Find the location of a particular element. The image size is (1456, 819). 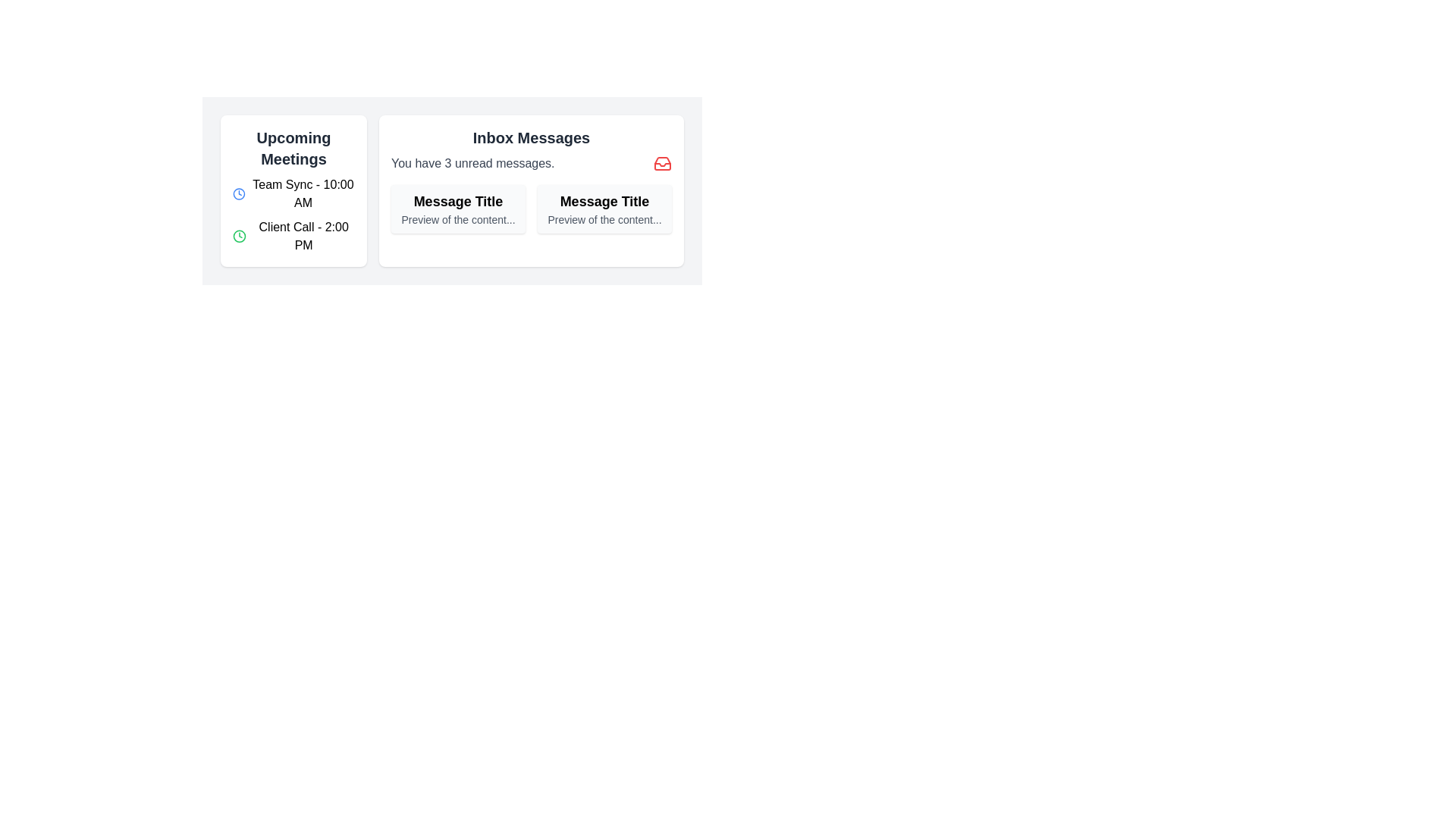

the title Text Label of the content card located in the 'Inbox Messages' section, positioned at the top of the card, right above the secondary text labeled 'Preview of the content...' is located at coordinates (604, 201).